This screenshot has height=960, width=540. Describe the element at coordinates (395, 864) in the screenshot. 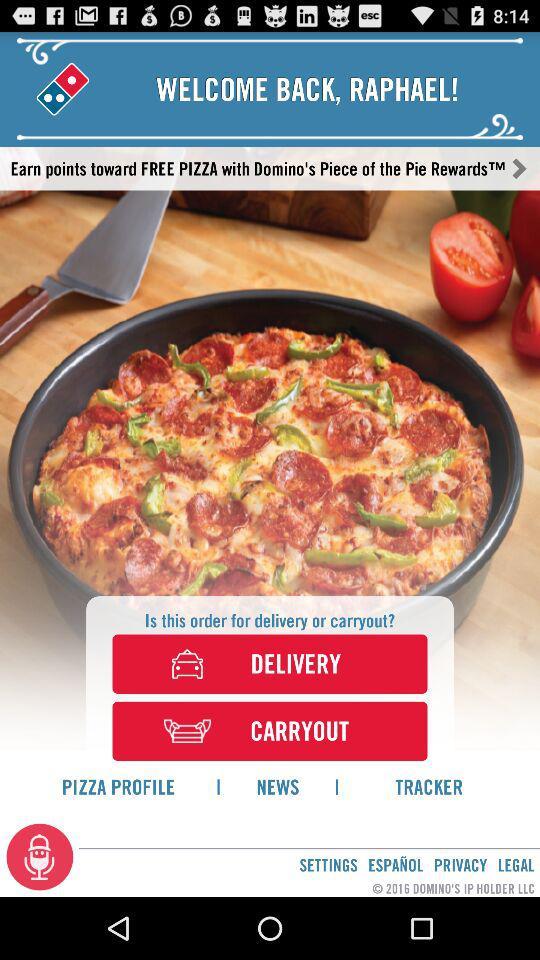

I see `icon next to settings app` at that location.